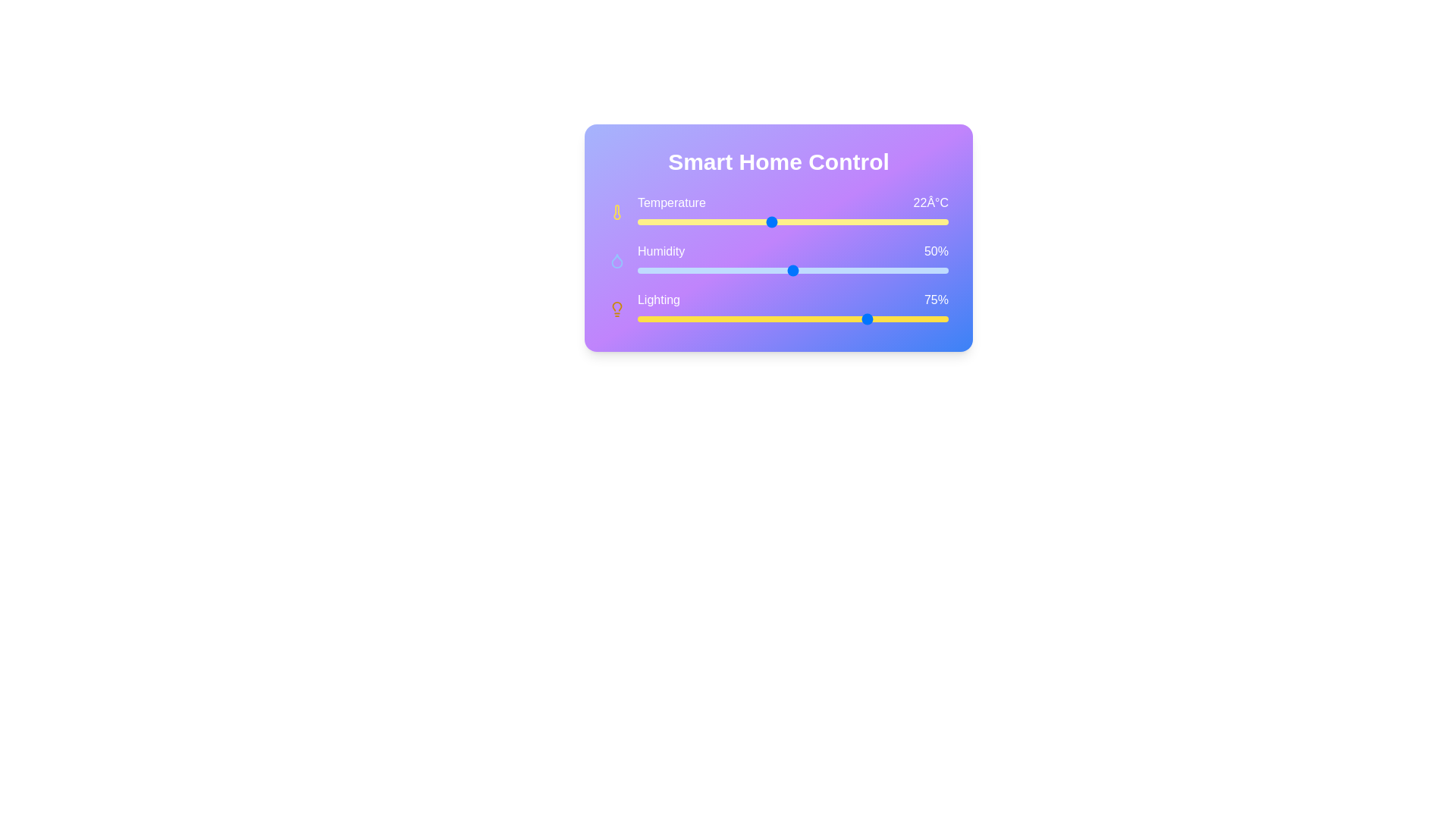 This screenshot has height=819, width=1456. Describe the element at coordinates (703, 222) in the screenshot. I see `the temperature slider to set the temperature to 19°C` at that location.